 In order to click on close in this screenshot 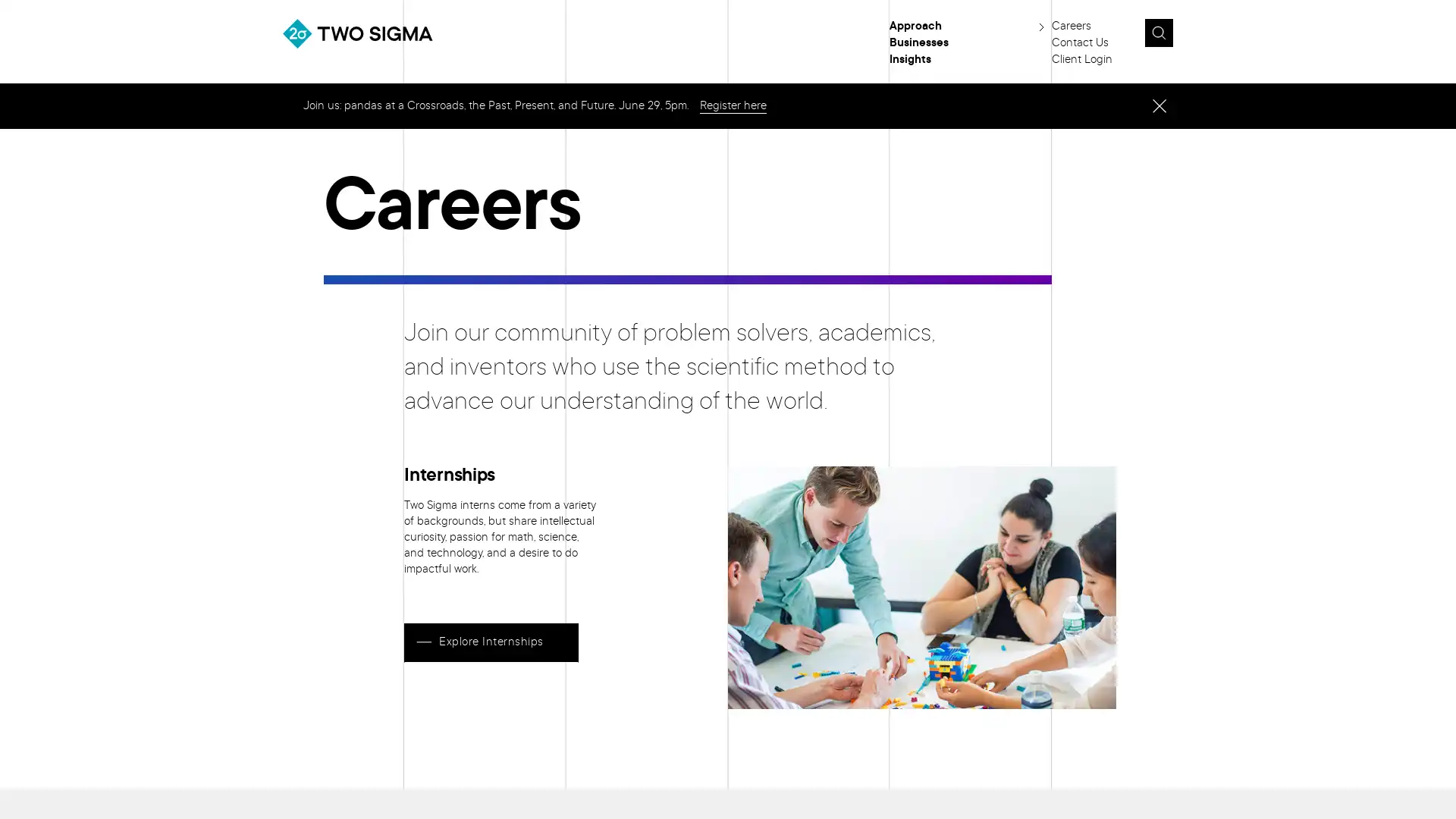, I will do `click(1158, 105)`.